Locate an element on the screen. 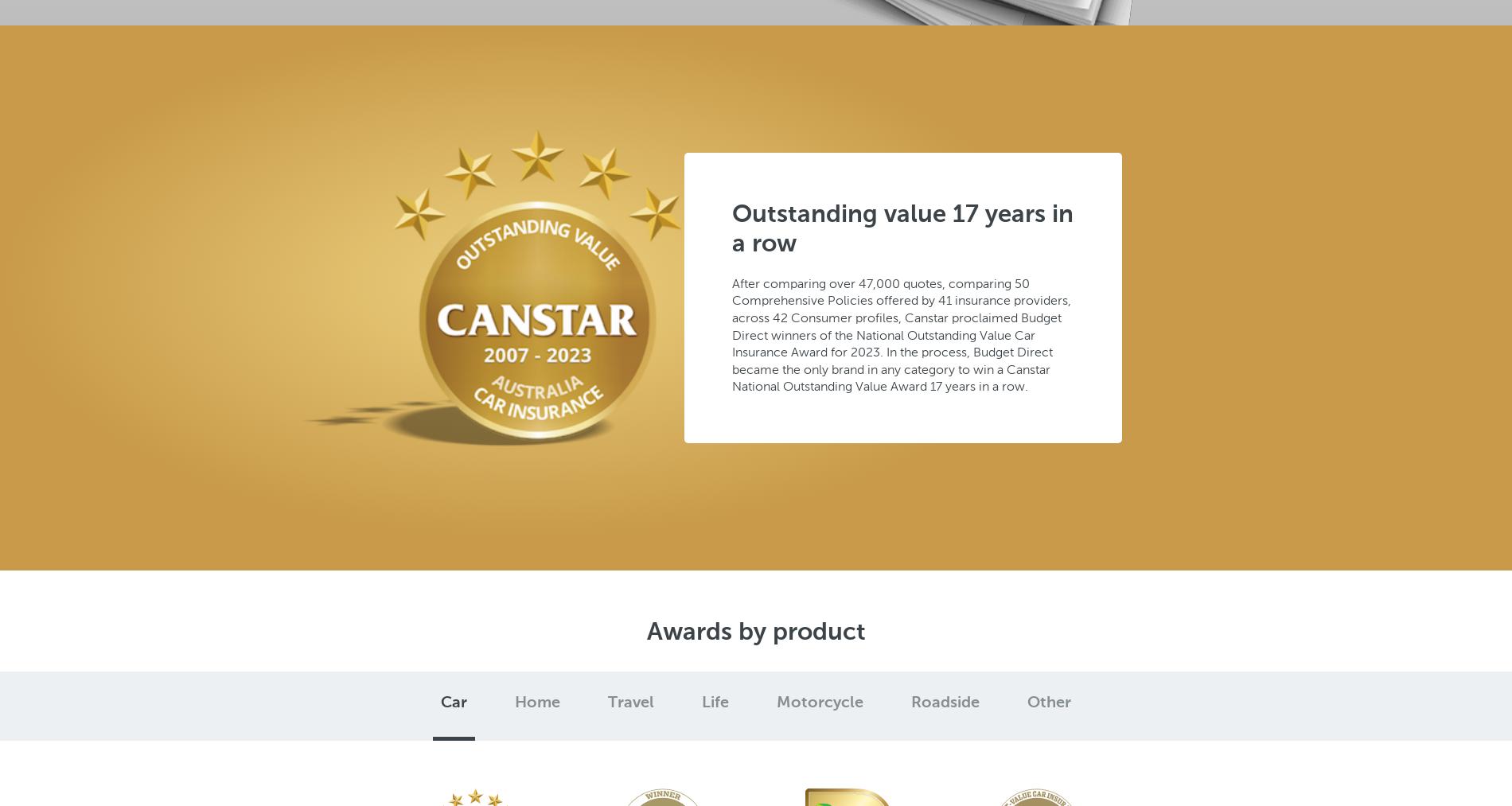 Image resolution: width=1512 pixels, height=806 pixels. 'Motorcycle' is located at coordinates (820, 702).